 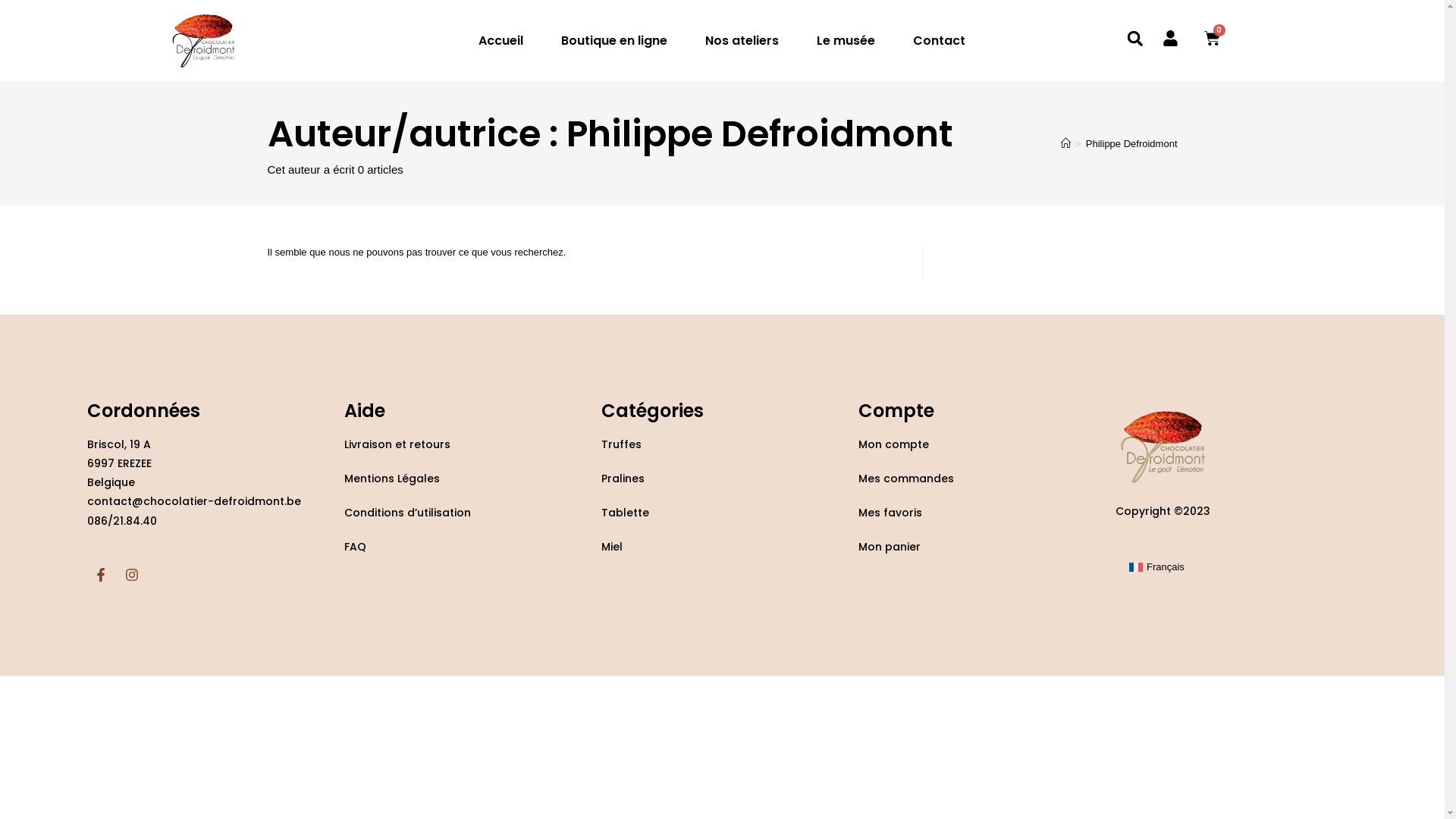 What do you see at coordinates (193, 500) in the screenshot?
I see `'contact@chocolatier-defroidmont.be'` at bounding box center [193, 500].